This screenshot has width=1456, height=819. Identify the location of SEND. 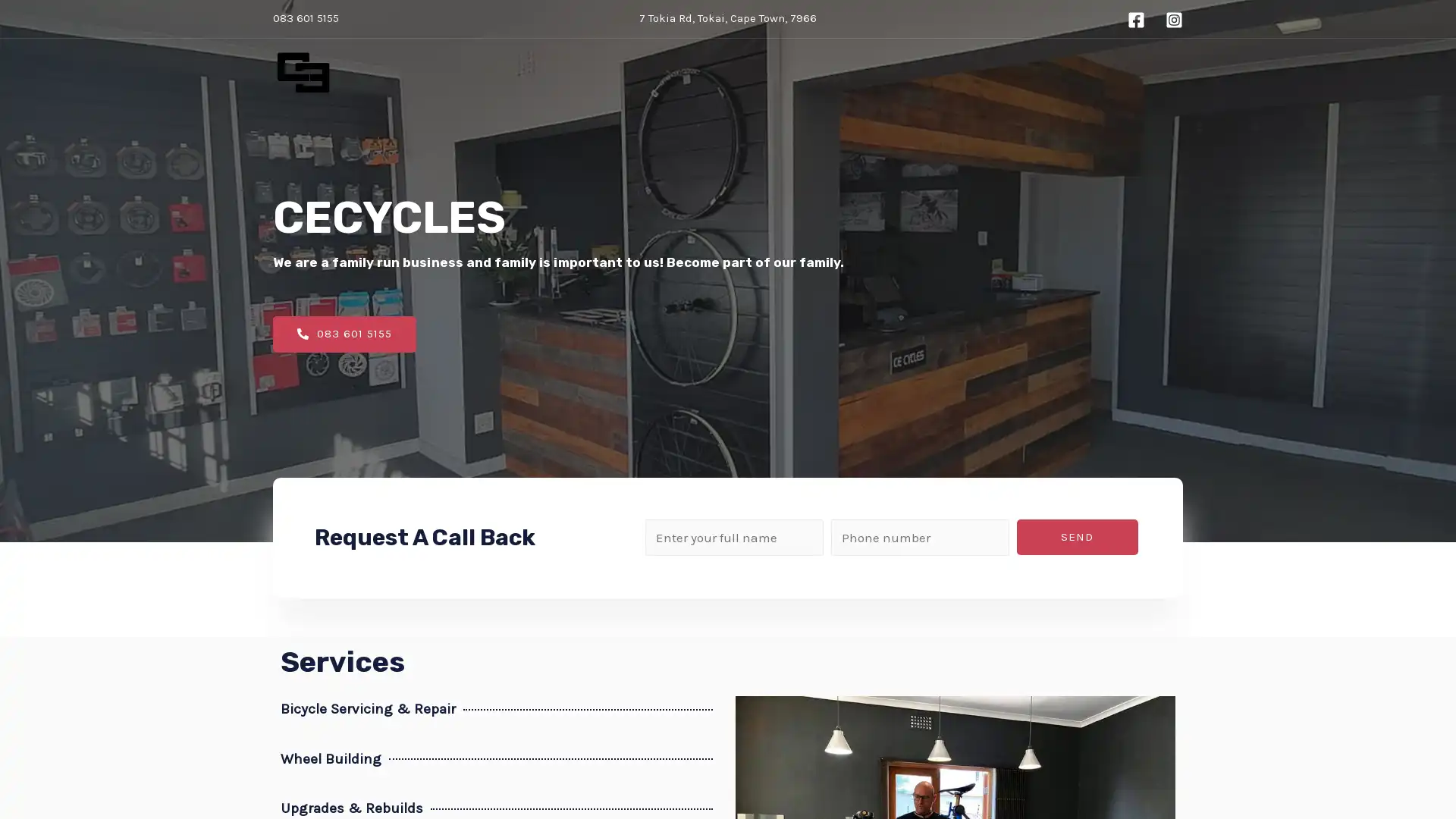
(1076, 536).